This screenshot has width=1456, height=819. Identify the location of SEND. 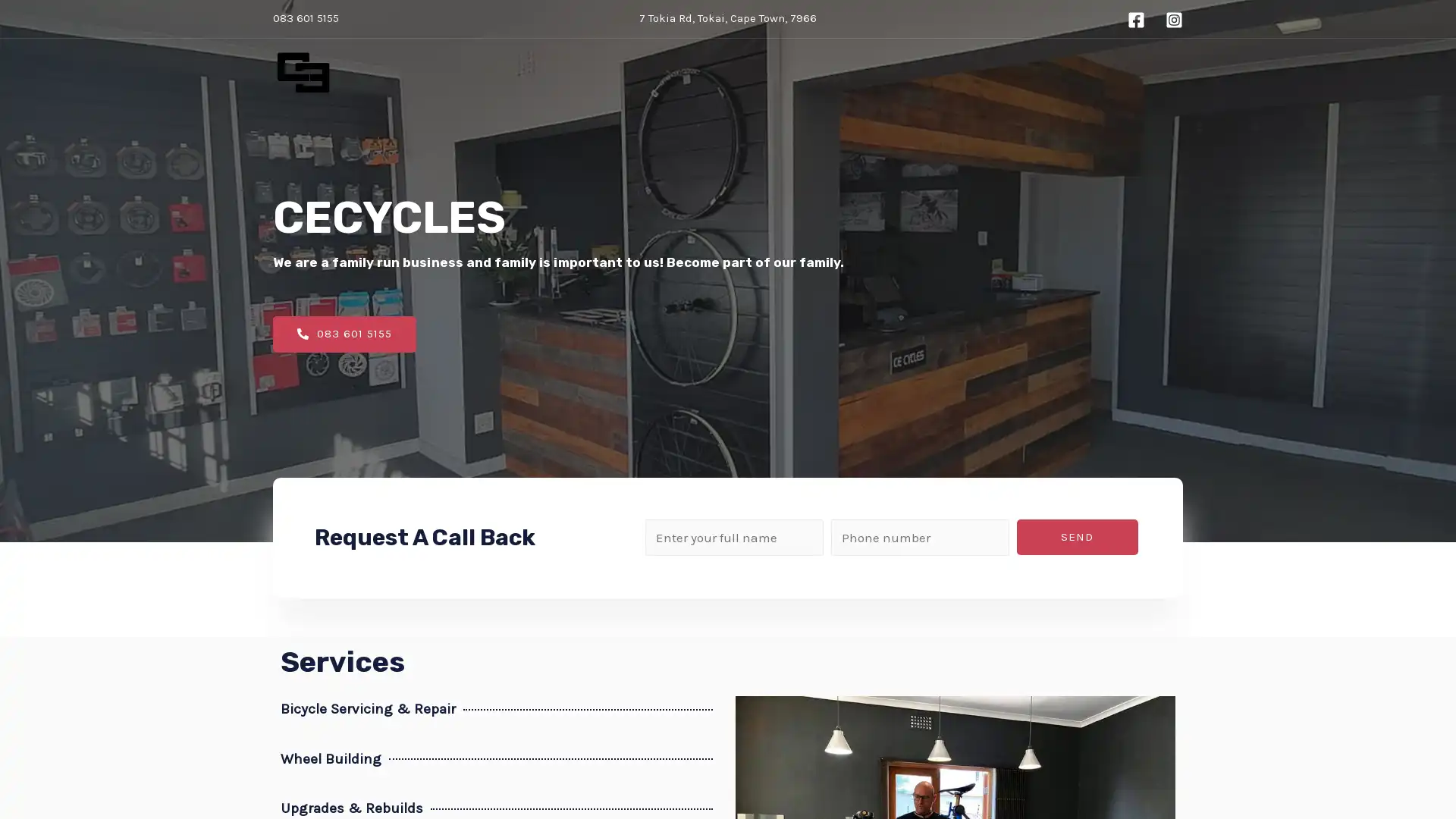
(1076, 536).